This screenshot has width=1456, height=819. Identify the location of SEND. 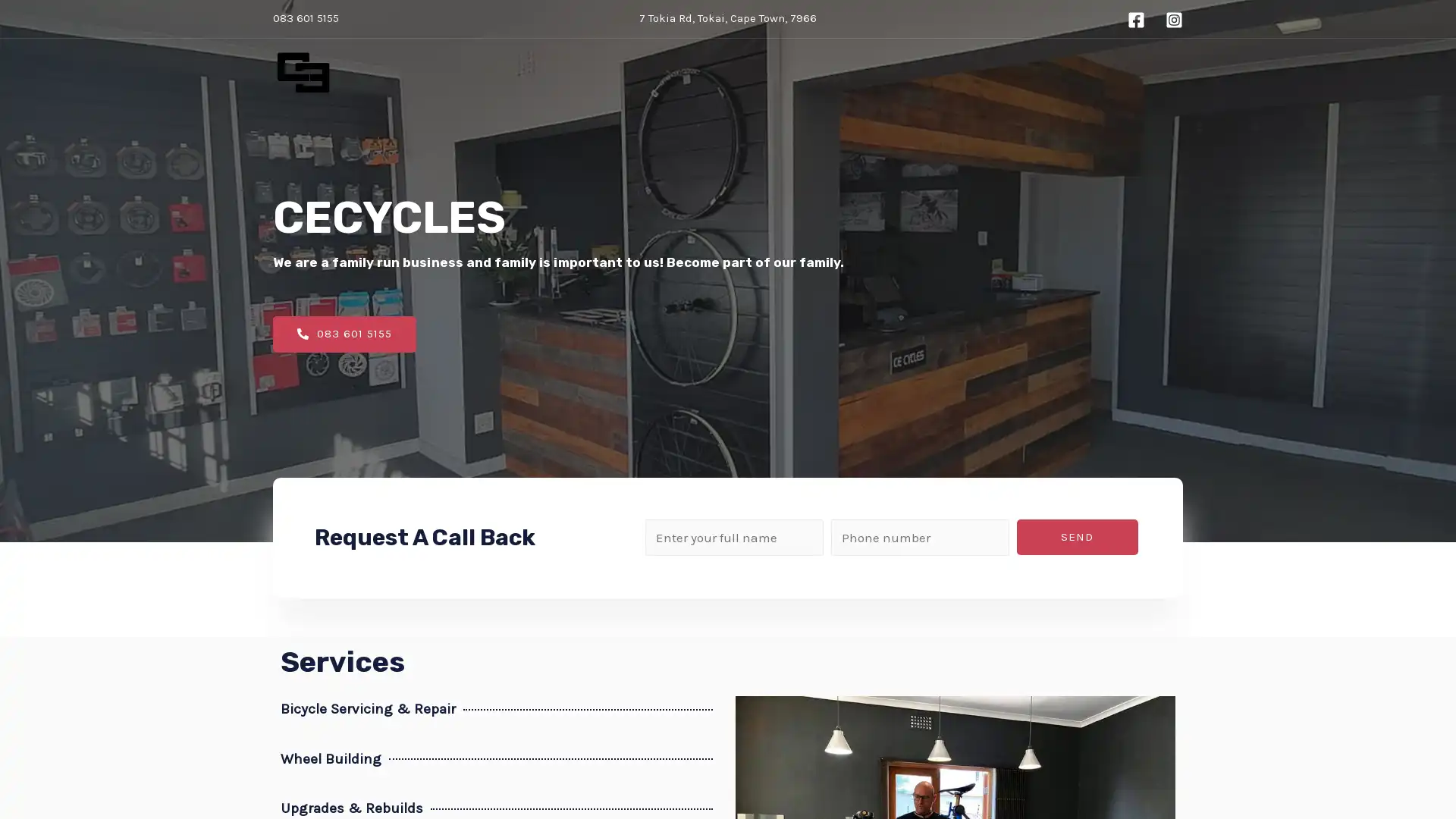
(1076, 536).